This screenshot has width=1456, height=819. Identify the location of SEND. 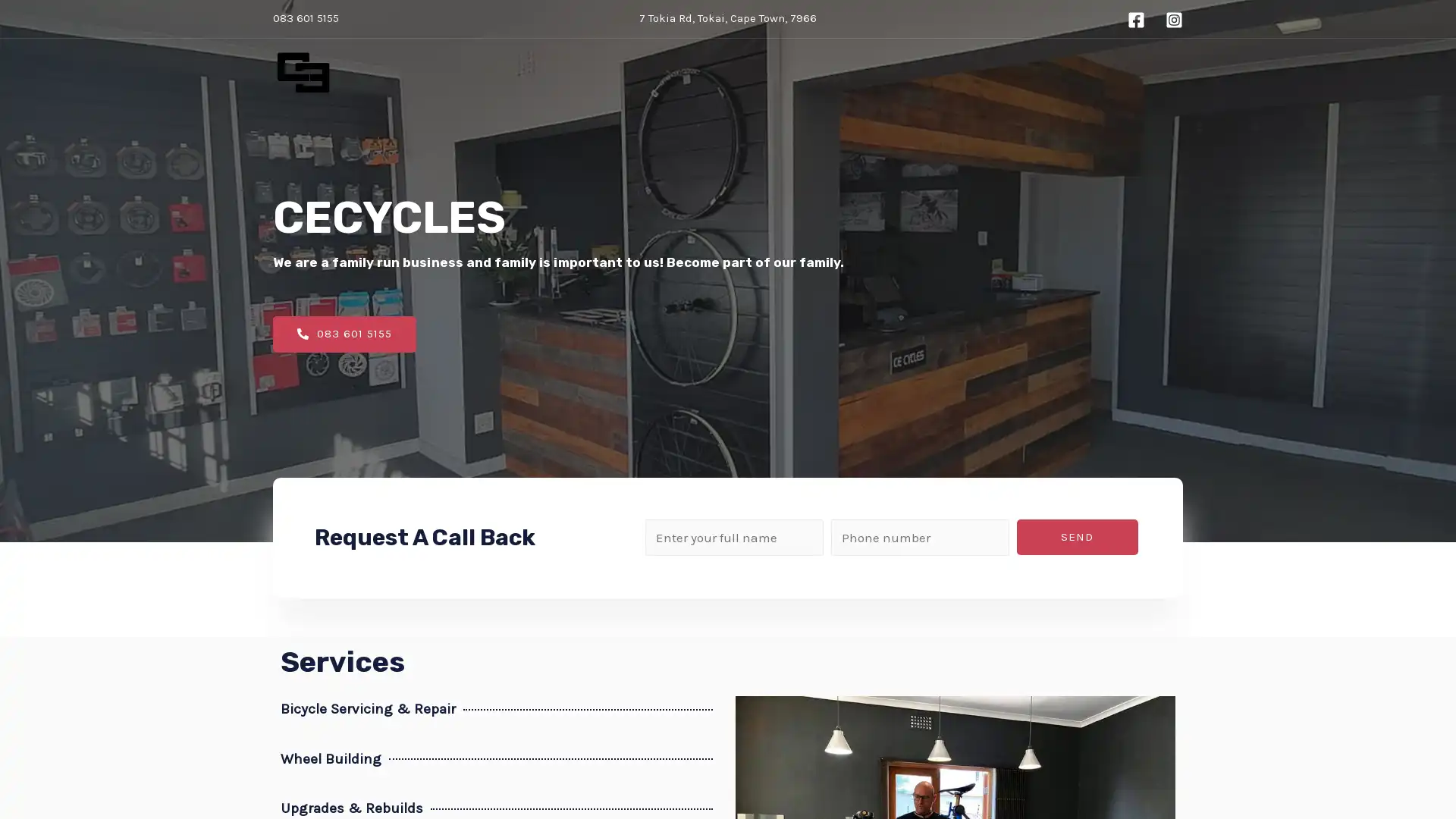
(1076, 536).